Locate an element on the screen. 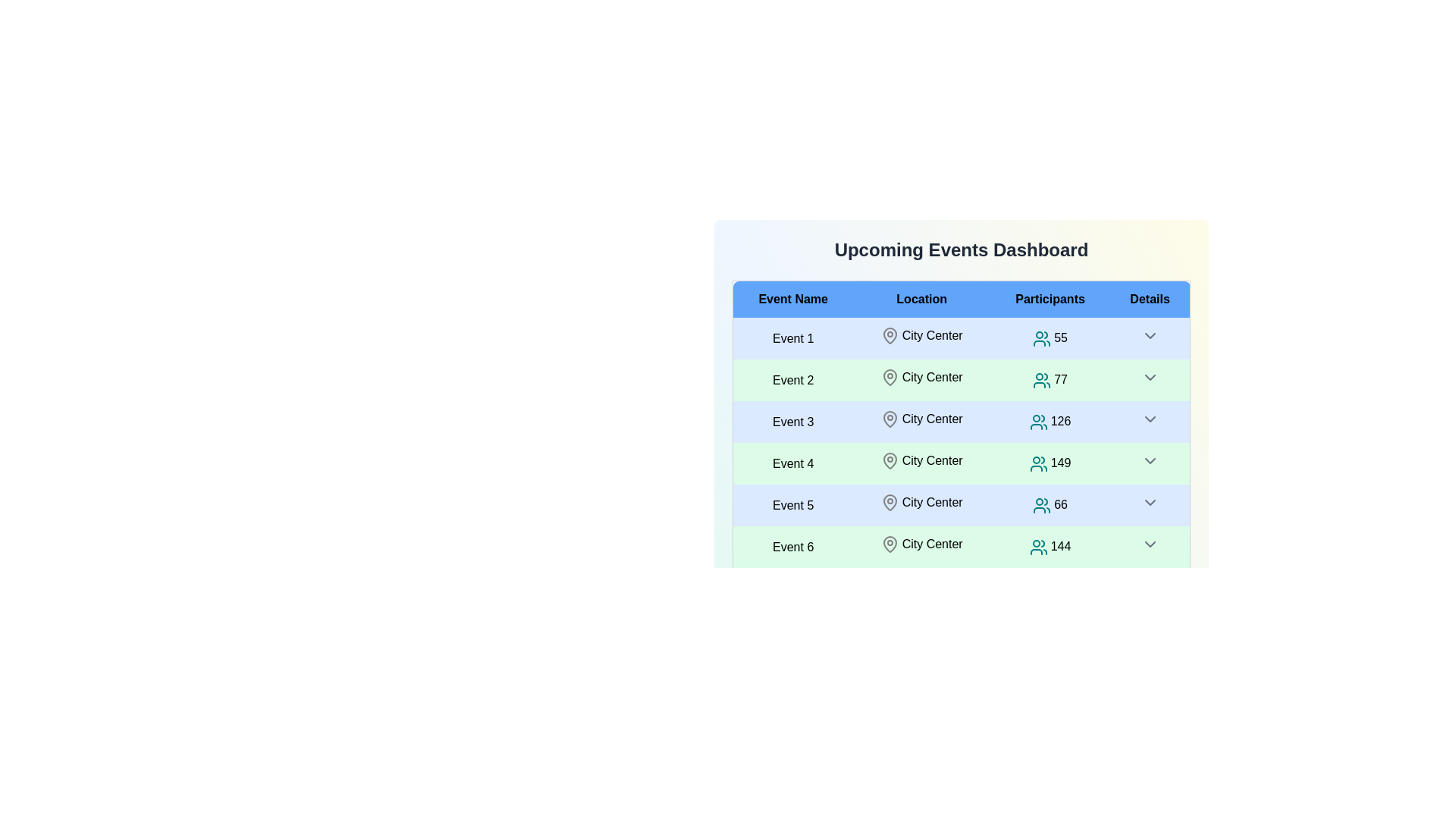 This screenshot has height=819, width=1456. the row corresponding to Event 2 to inspect its details is located at coordinates (792, 379).